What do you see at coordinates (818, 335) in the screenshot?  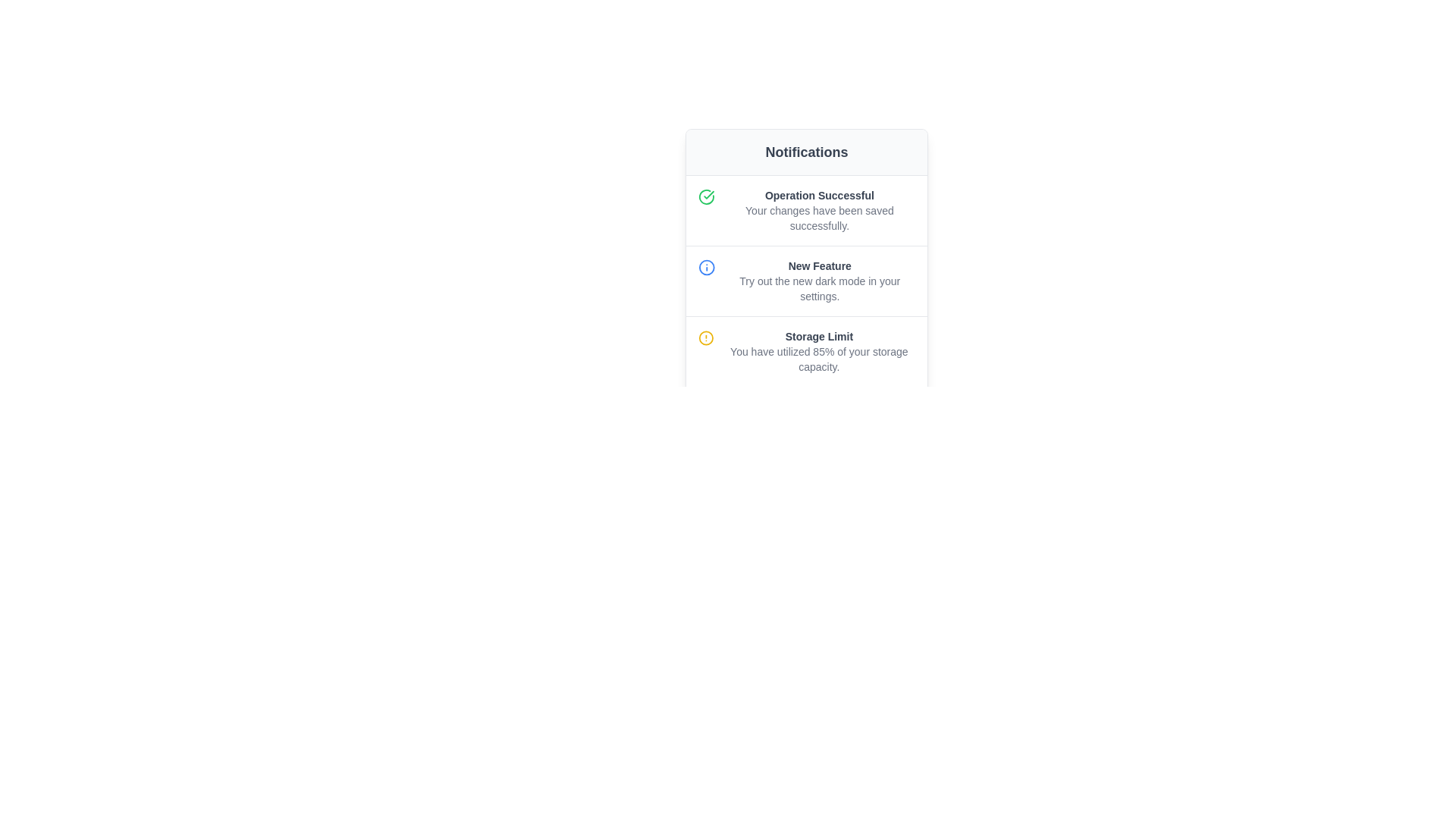 I see `the Text label that categorizes the notification message related to storage usage, specifically the 'Storage Limit' title in the third notification slot` at bounding box center [818, 335].